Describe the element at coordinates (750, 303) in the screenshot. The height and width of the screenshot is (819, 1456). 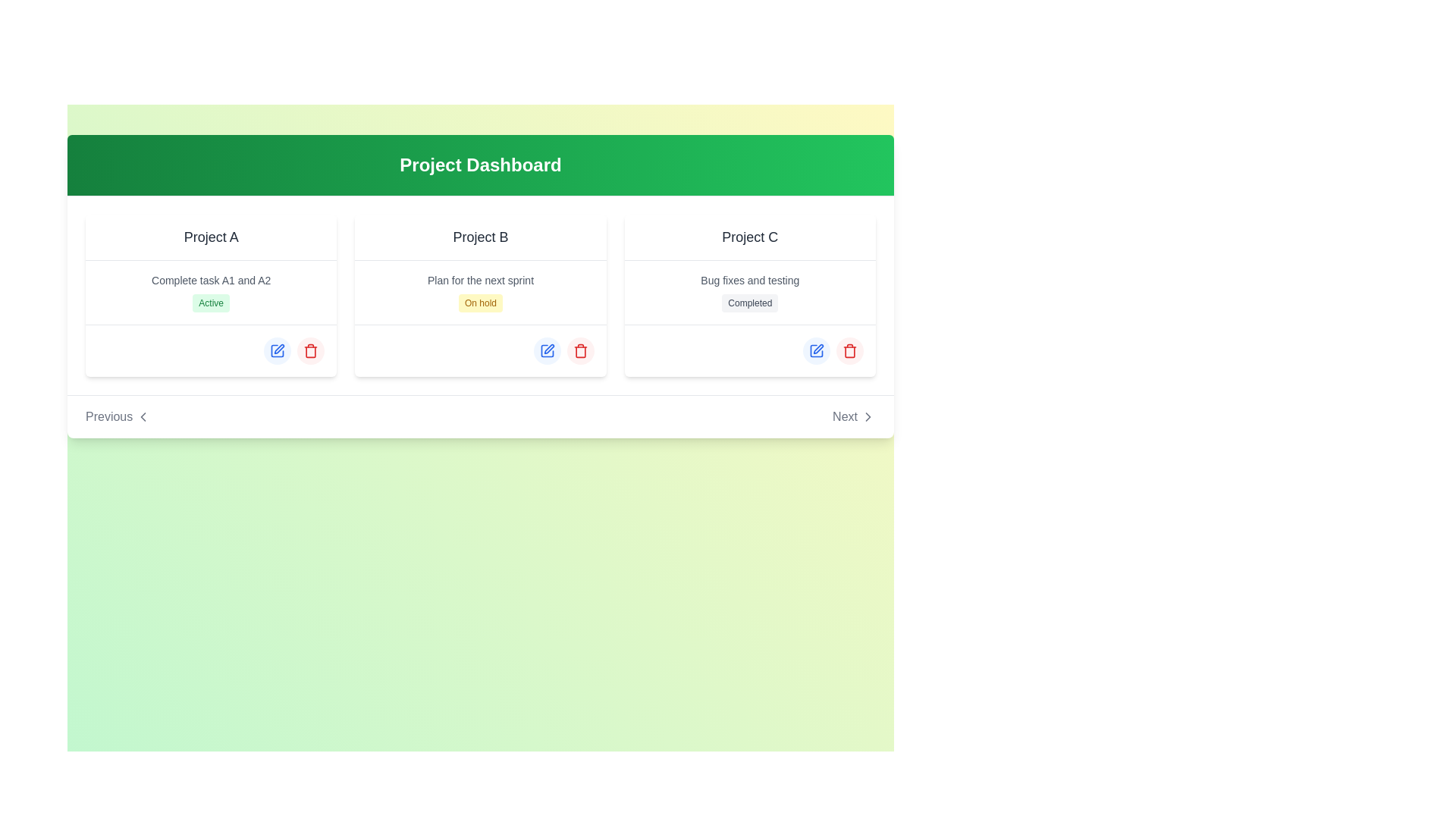
I see `the Status label with the text 'Completed', which is a small pill-shaped label located below 'Bug fixes and testing' in the 'Project C' section` at that location.